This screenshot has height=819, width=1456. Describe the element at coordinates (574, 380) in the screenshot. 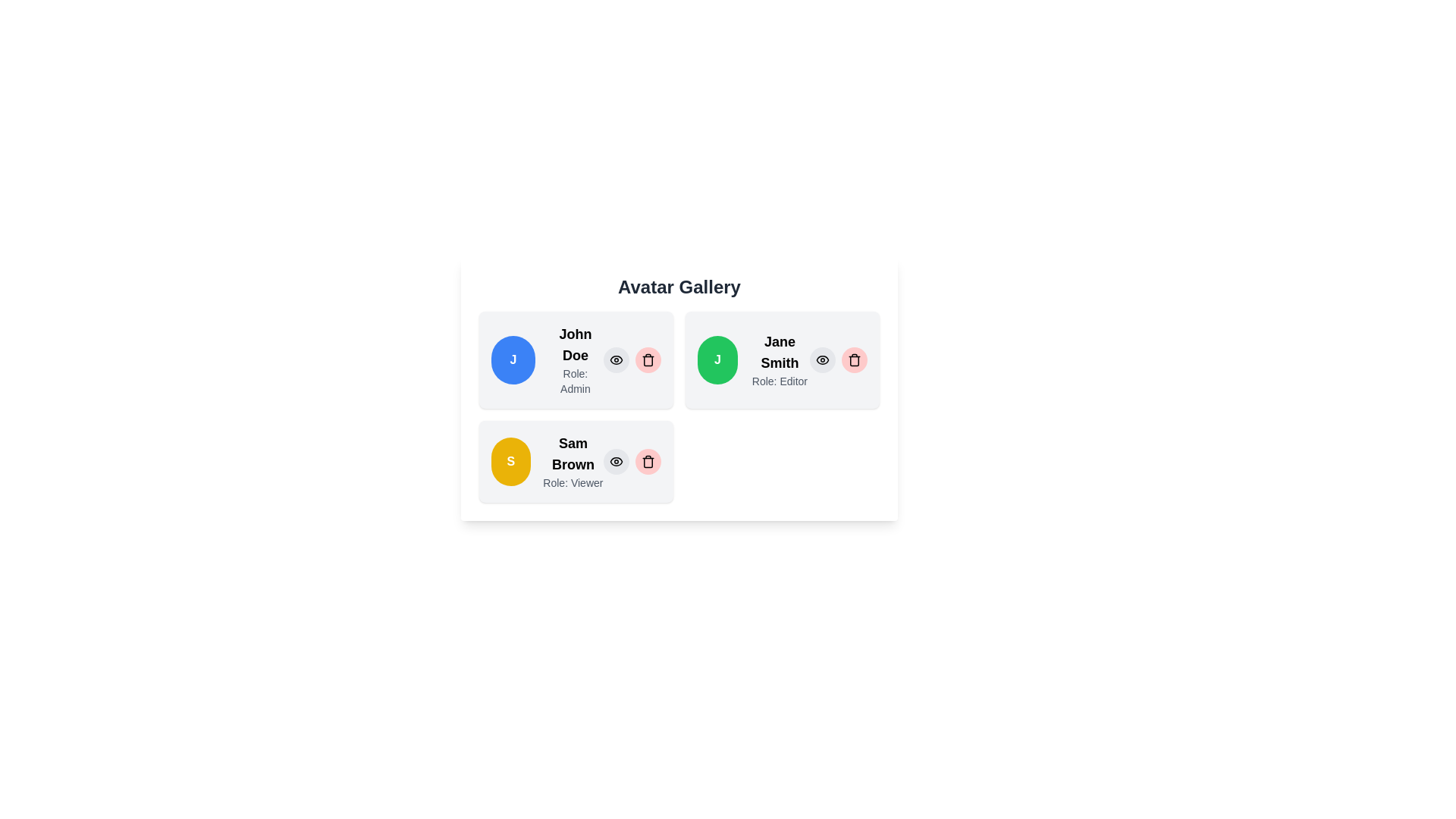

I see `the text label element displaying 'Role: Admin', which is located directly below 'John Doe' in the user information card` at that location.